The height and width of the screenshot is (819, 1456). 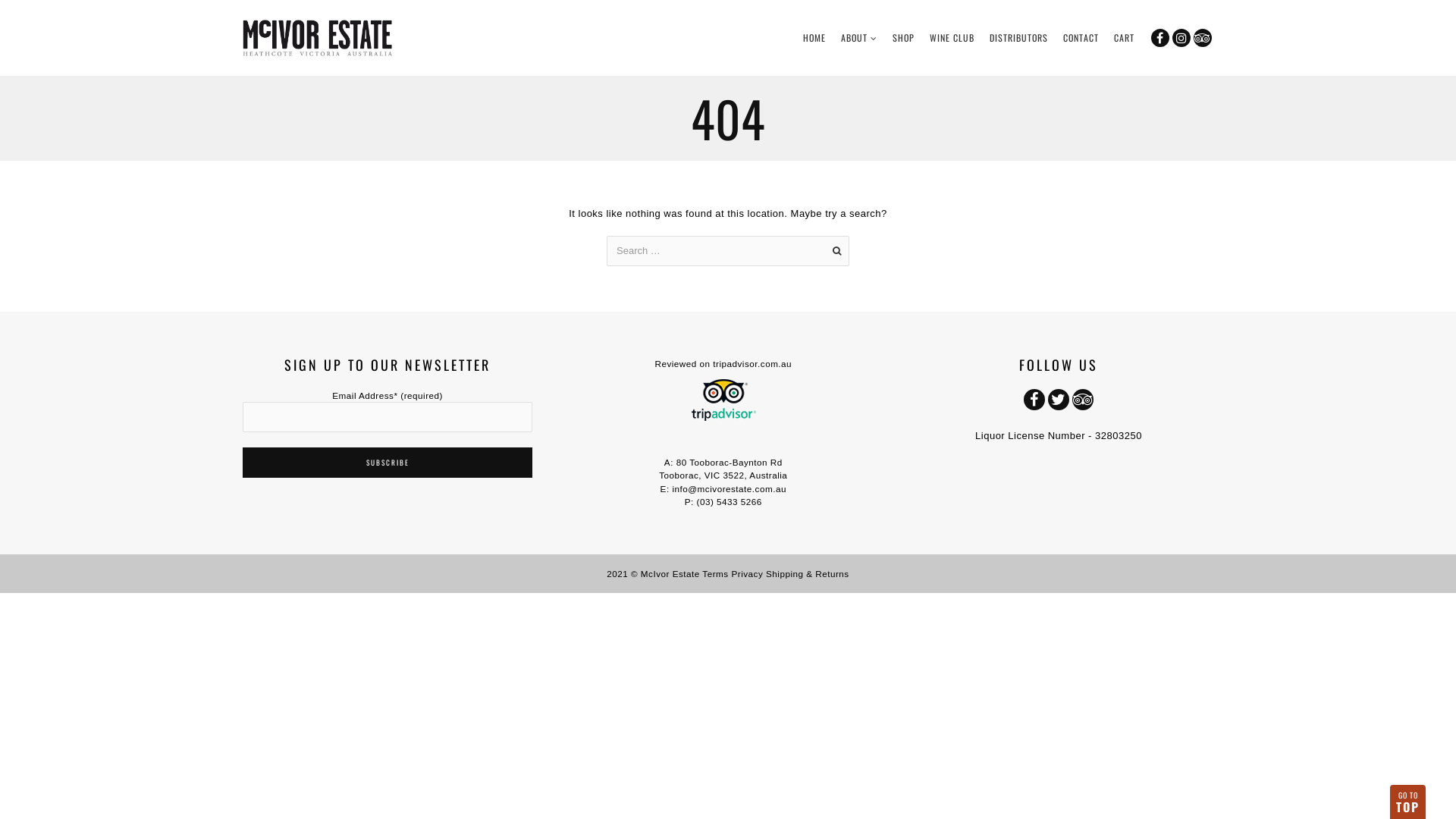 I want to click on 'ABOUT', so click(x=858, y=37).